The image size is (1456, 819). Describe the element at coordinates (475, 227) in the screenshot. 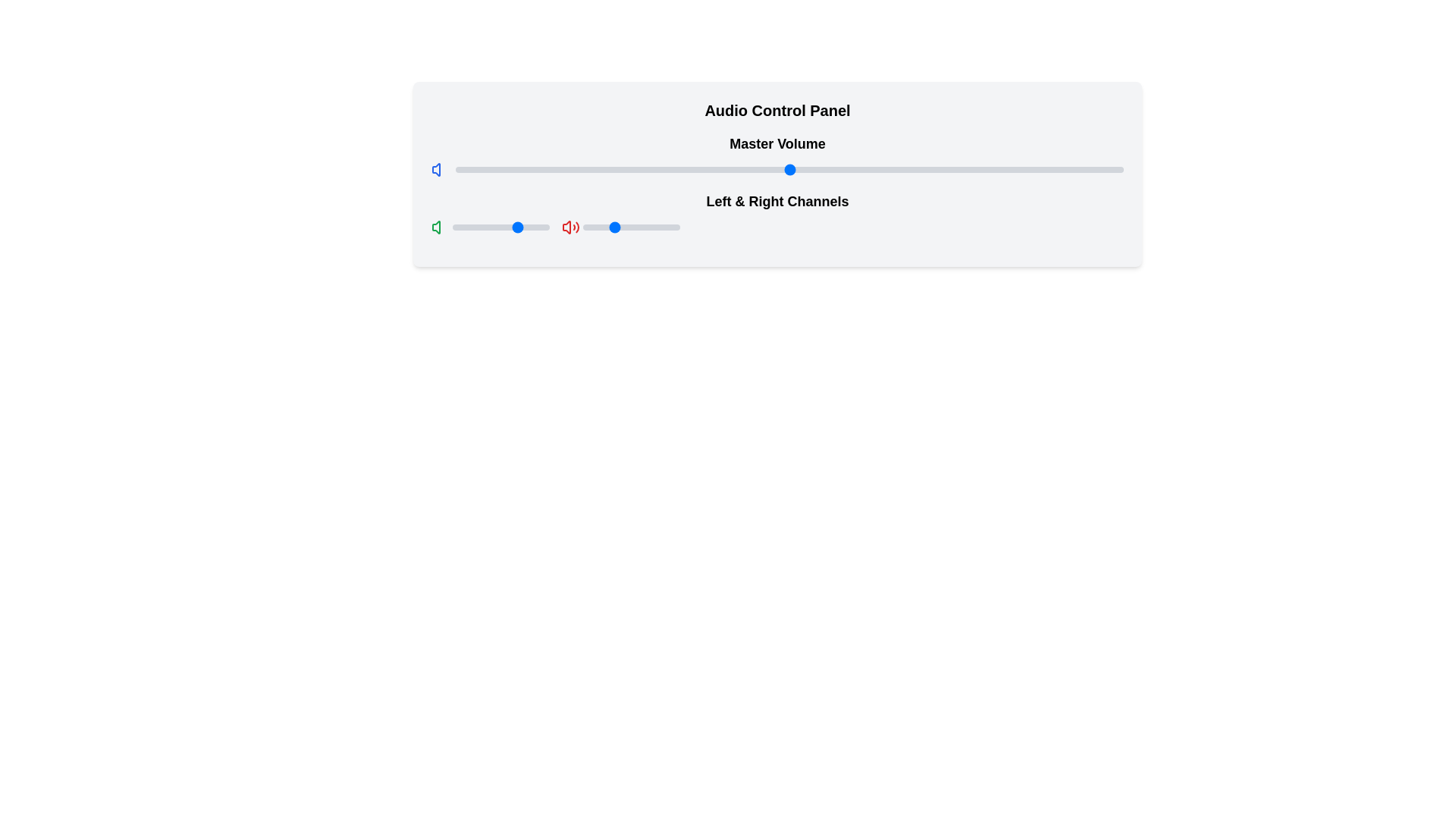

I see `the left-right channel balance` at that location.